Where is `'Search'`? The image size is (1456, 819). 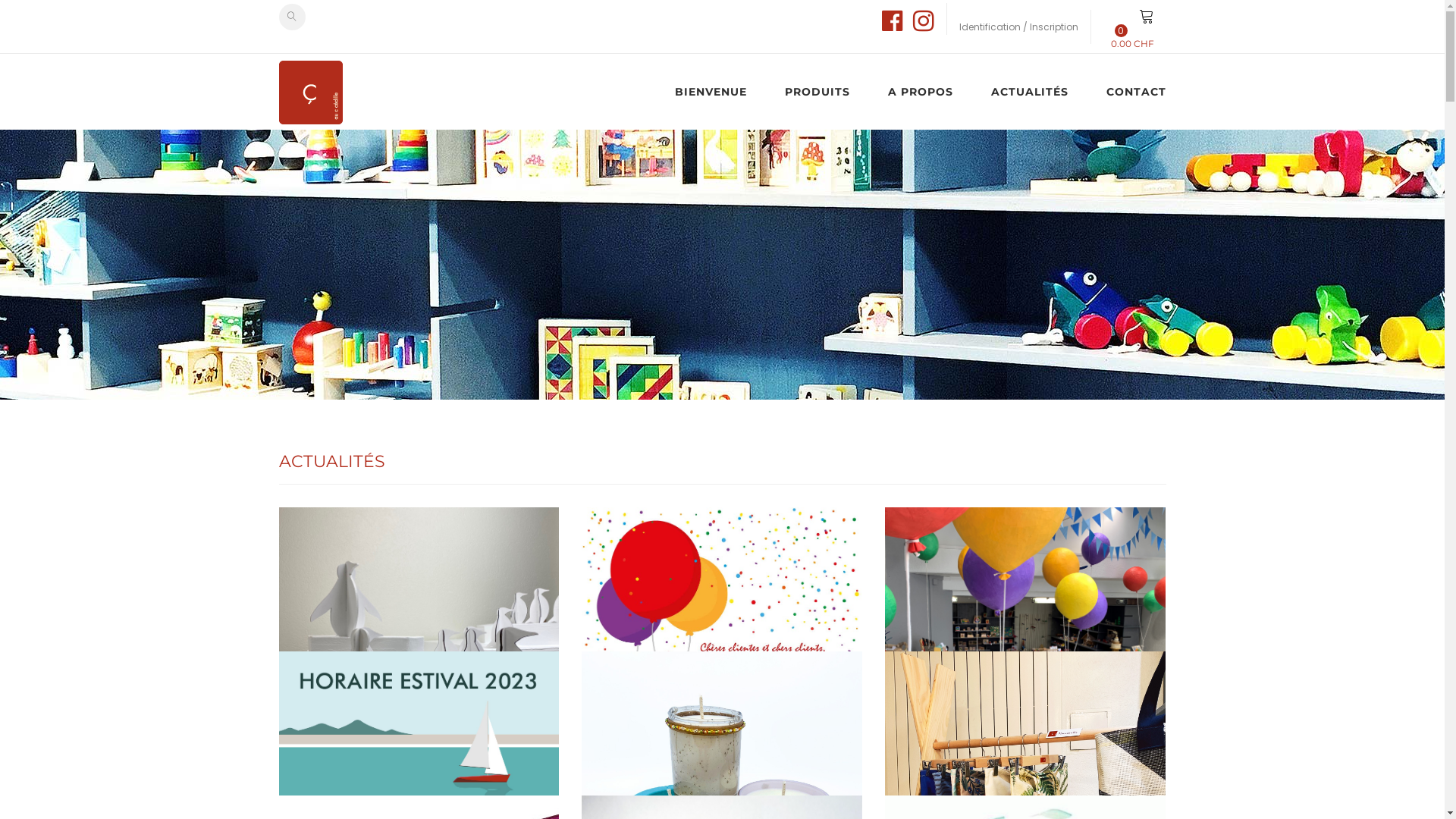 'Search' is located at coordinates (292, 17).